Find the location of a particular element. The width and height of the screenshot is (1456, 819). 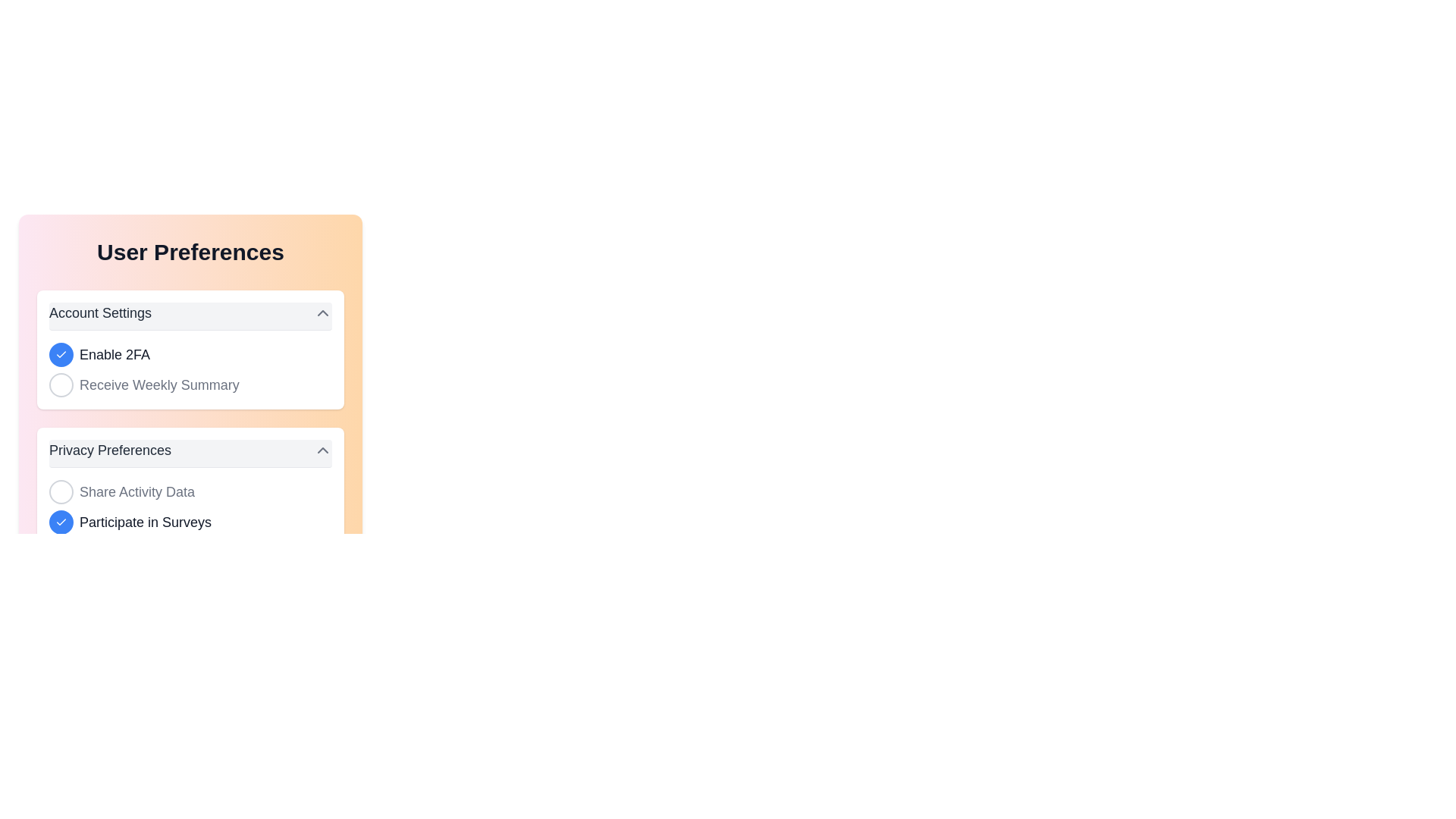

the labeled toggle element for weekly summaries located under 'Account Settings' is located at coordinates (190, 384).